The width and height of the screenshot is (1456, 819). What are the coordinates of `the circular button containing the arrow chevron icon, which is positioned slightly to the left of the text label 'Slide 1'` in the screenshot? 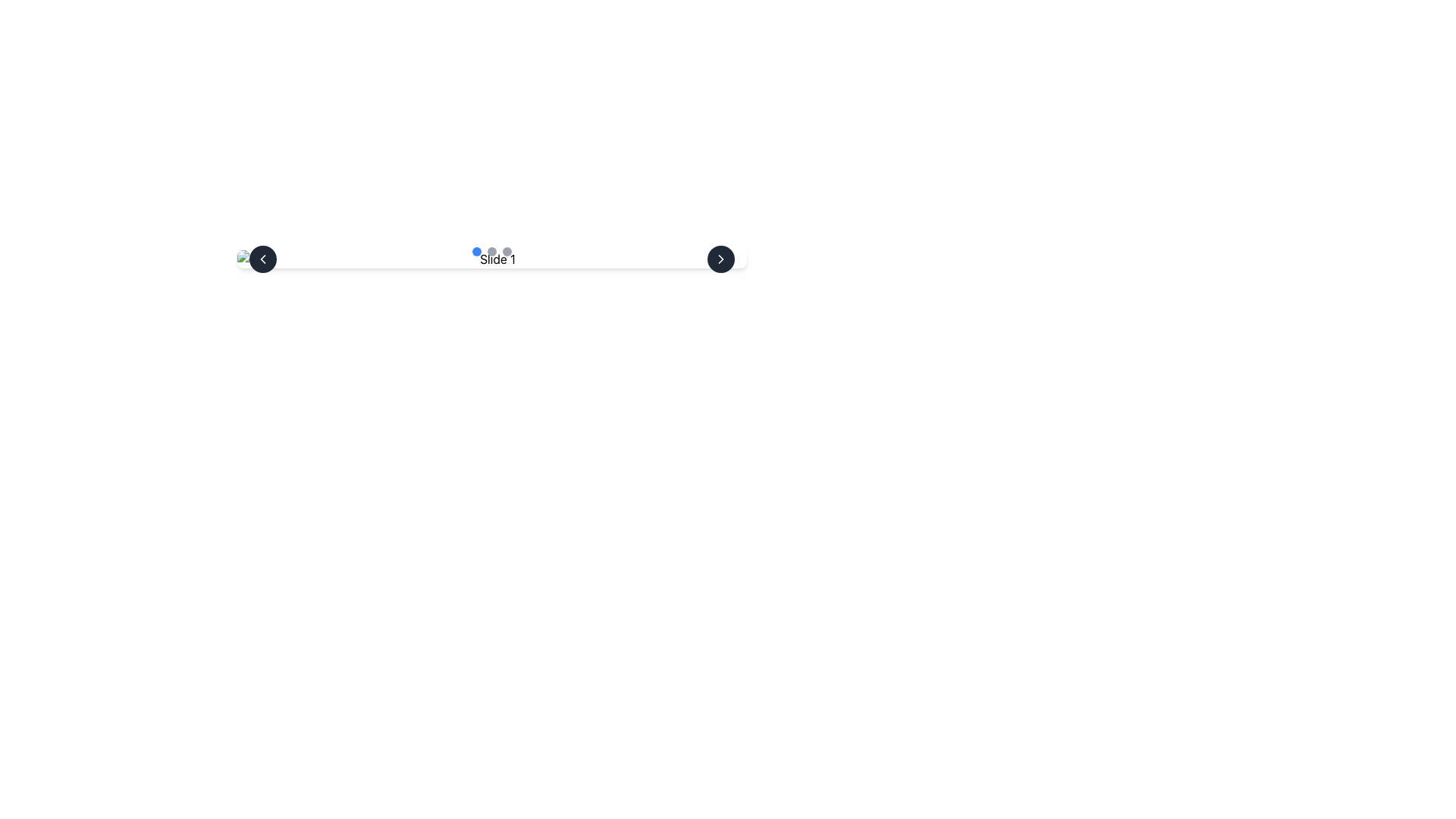 It's located at (262, 259).